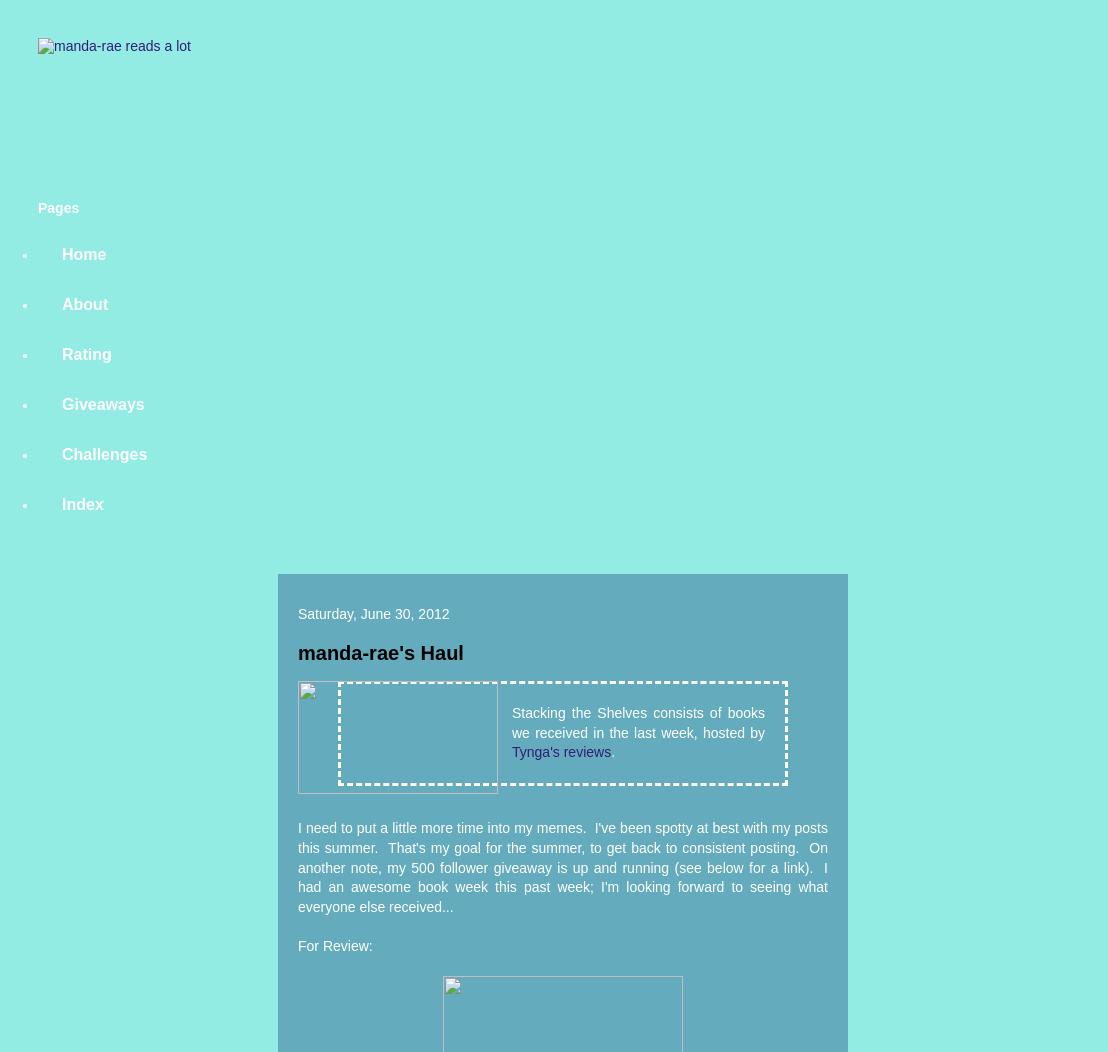 This screenshot has height=1052, width=1108. What do you see at coordinates (562, 865) in the screenshot?
I see `'I need to put a little more time into my memes.  I've been spotty at best with my posts this summer.  That's my goal for the summer, to get back to consistent posting.  On another note, my 500 follower giveaway is up and running (see below for a link).  I had an awesome book week this past week; I'm looking forward to seeing what everyone else received...'` at bounding box center [562, 865].